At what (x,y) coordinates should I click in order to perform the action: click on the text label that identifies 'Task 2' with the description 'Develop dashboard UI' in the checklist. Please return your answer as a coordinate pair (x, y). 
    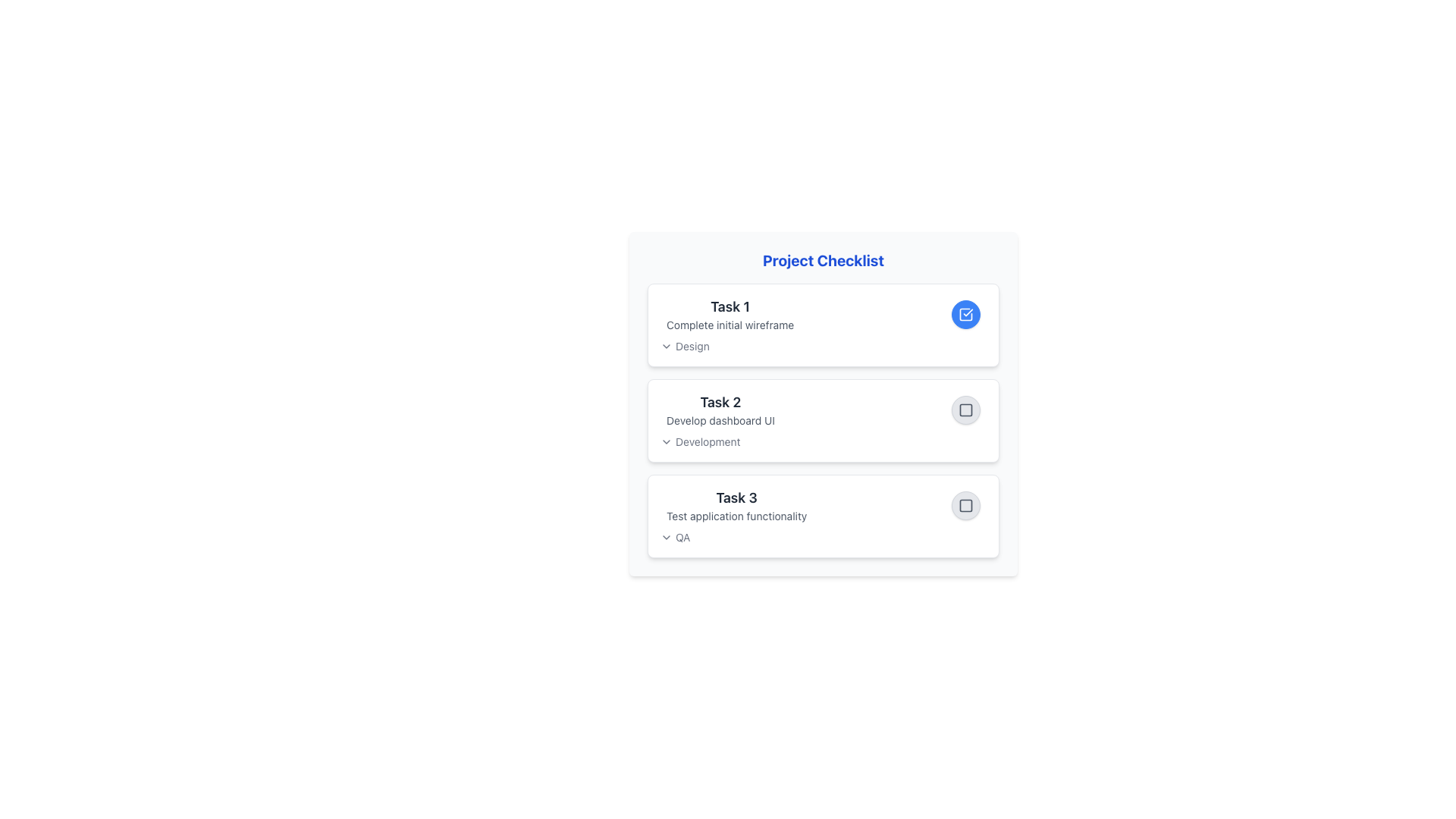
    Looking at the image, I should click on (720, 409).